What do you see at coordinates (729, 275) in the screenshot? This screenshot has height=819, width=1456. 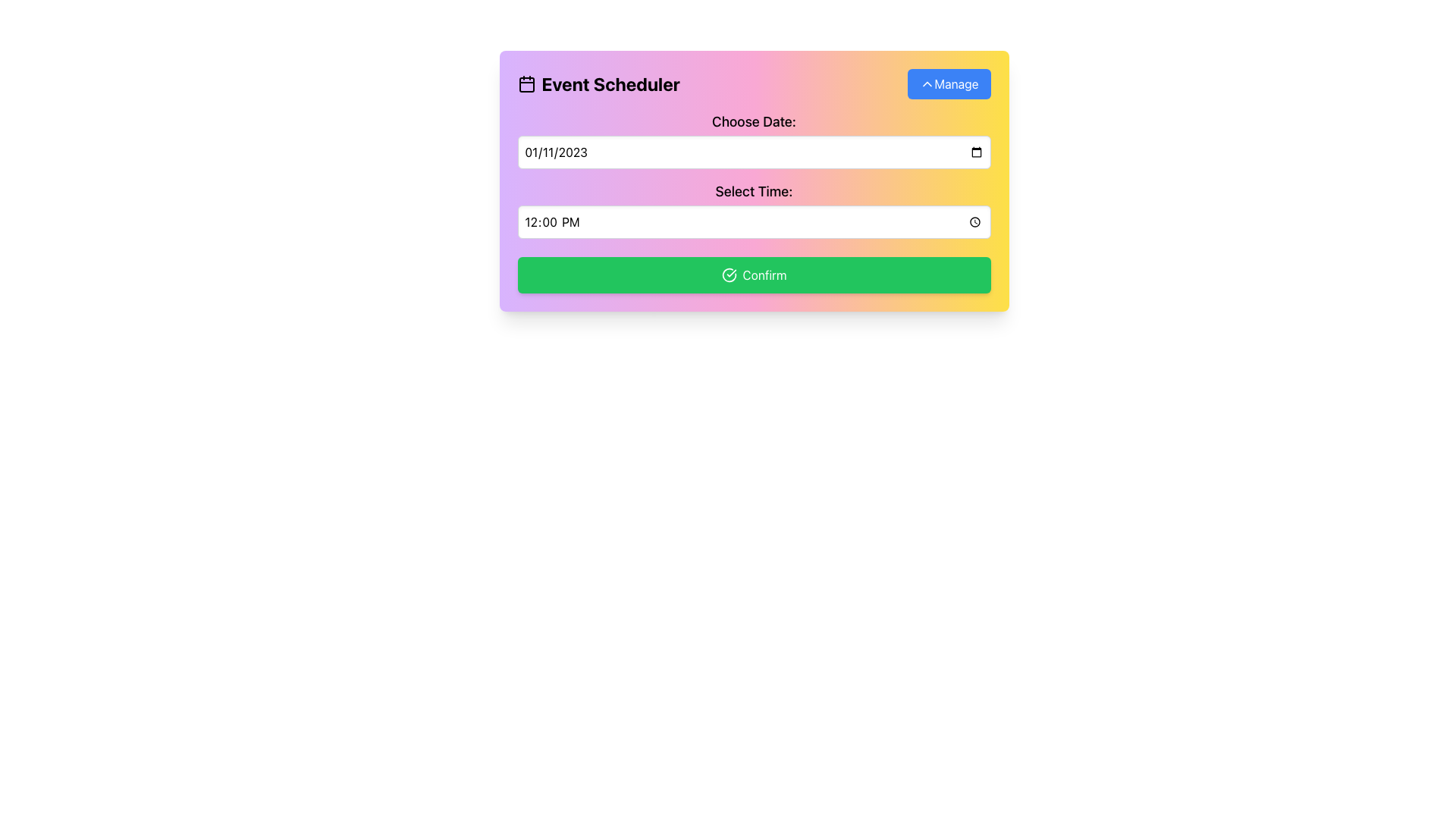 I see `the functionality of the confirmation icon located inside the 'Confirm' button at the bottom of the layout` at bounding box center [729, 275].